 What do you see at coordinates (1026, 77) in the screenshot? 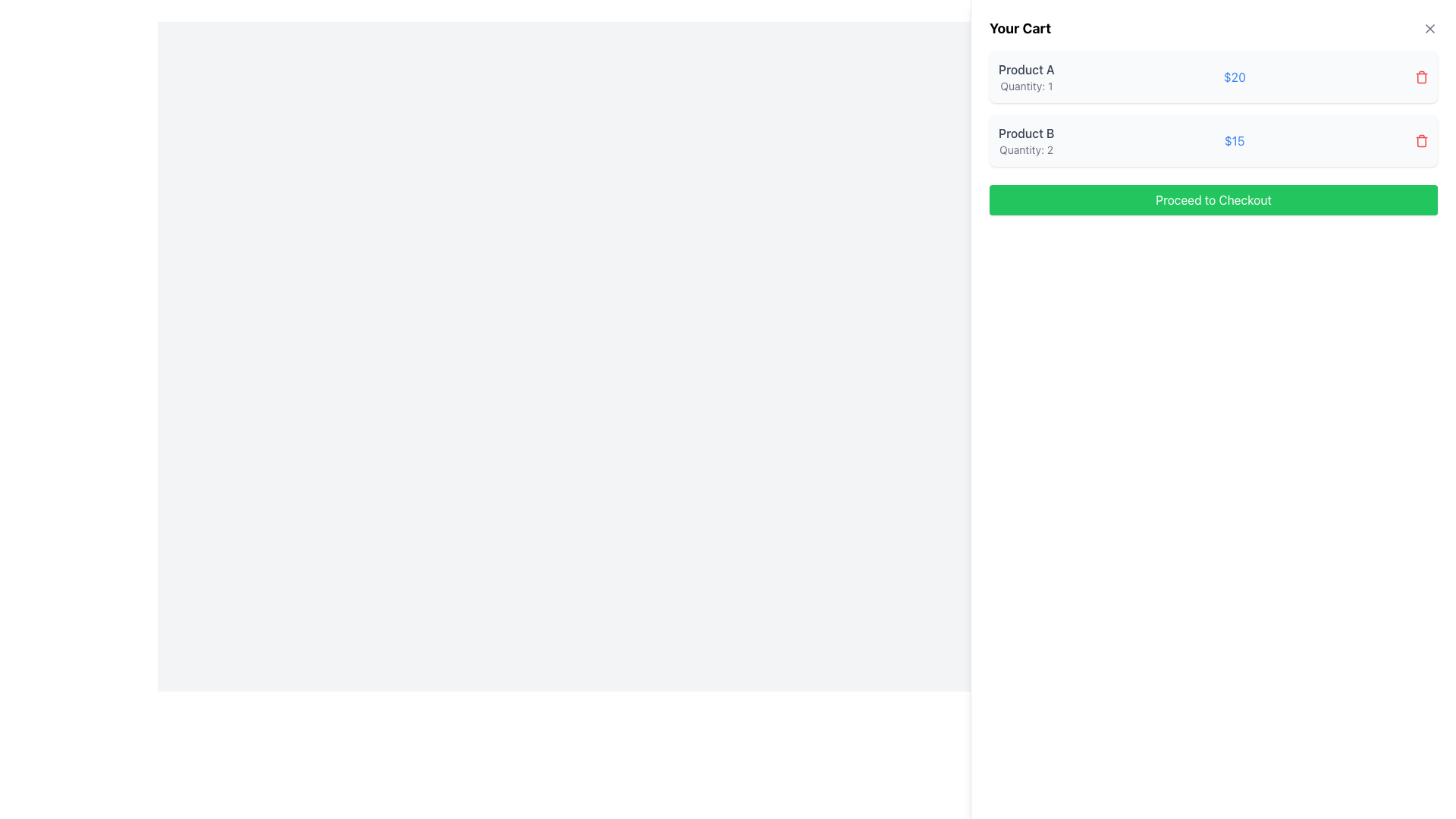
I see `the text label displaying the name and quantity of the first product in the shopping cart, located under 'Your Cart' in the right-hand sidebar` at bounding box center [1026, 77].